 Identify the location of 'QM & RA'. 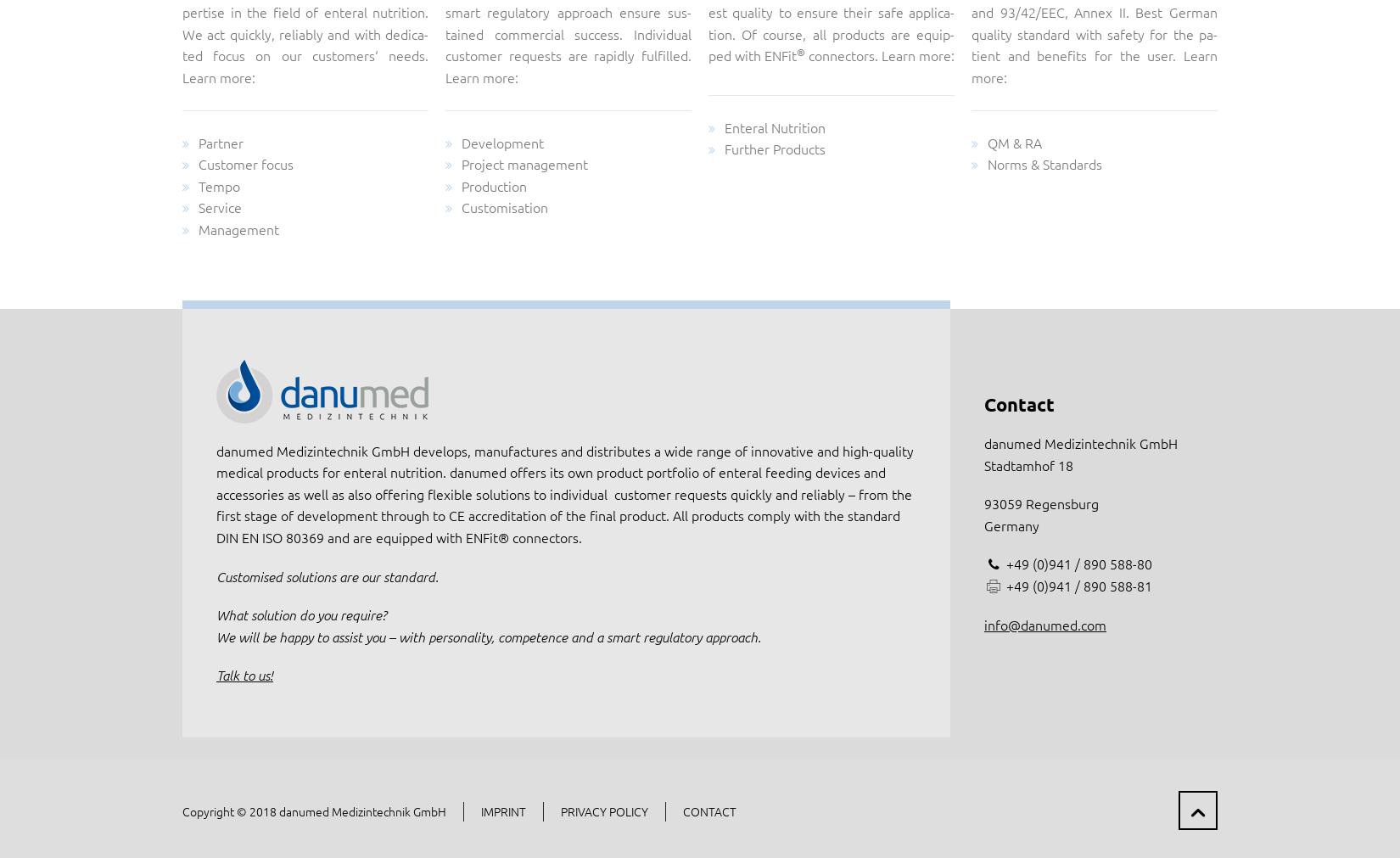
(1014, 141).